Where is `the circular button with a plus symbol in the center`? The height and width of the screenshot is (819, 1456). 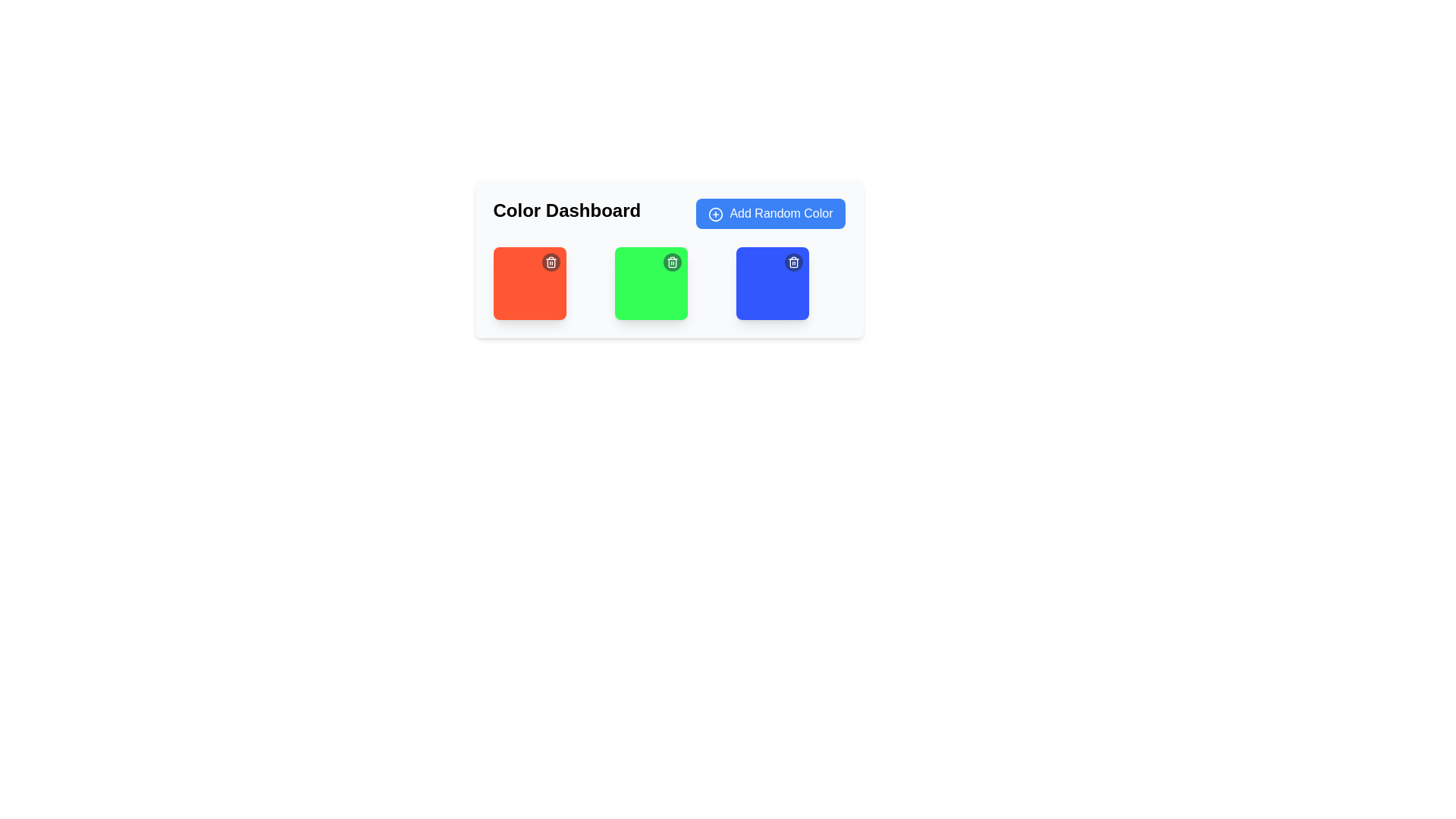
the circular button with a plus symbol in the center is located at coordinates (715, 214).